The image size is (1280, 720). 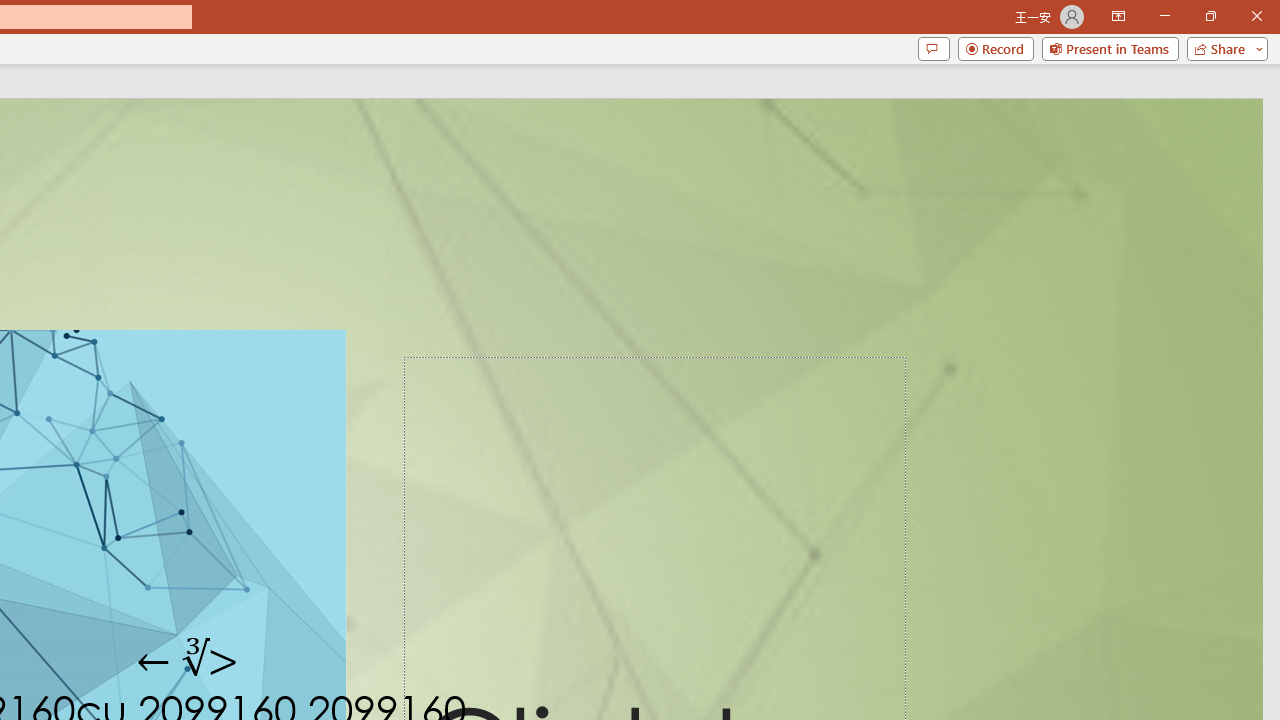 What do you see at coordinates (1117, 16) in the screenshot?
I see `'Ribbon Display Options'` at bounding box center [1117, 16].